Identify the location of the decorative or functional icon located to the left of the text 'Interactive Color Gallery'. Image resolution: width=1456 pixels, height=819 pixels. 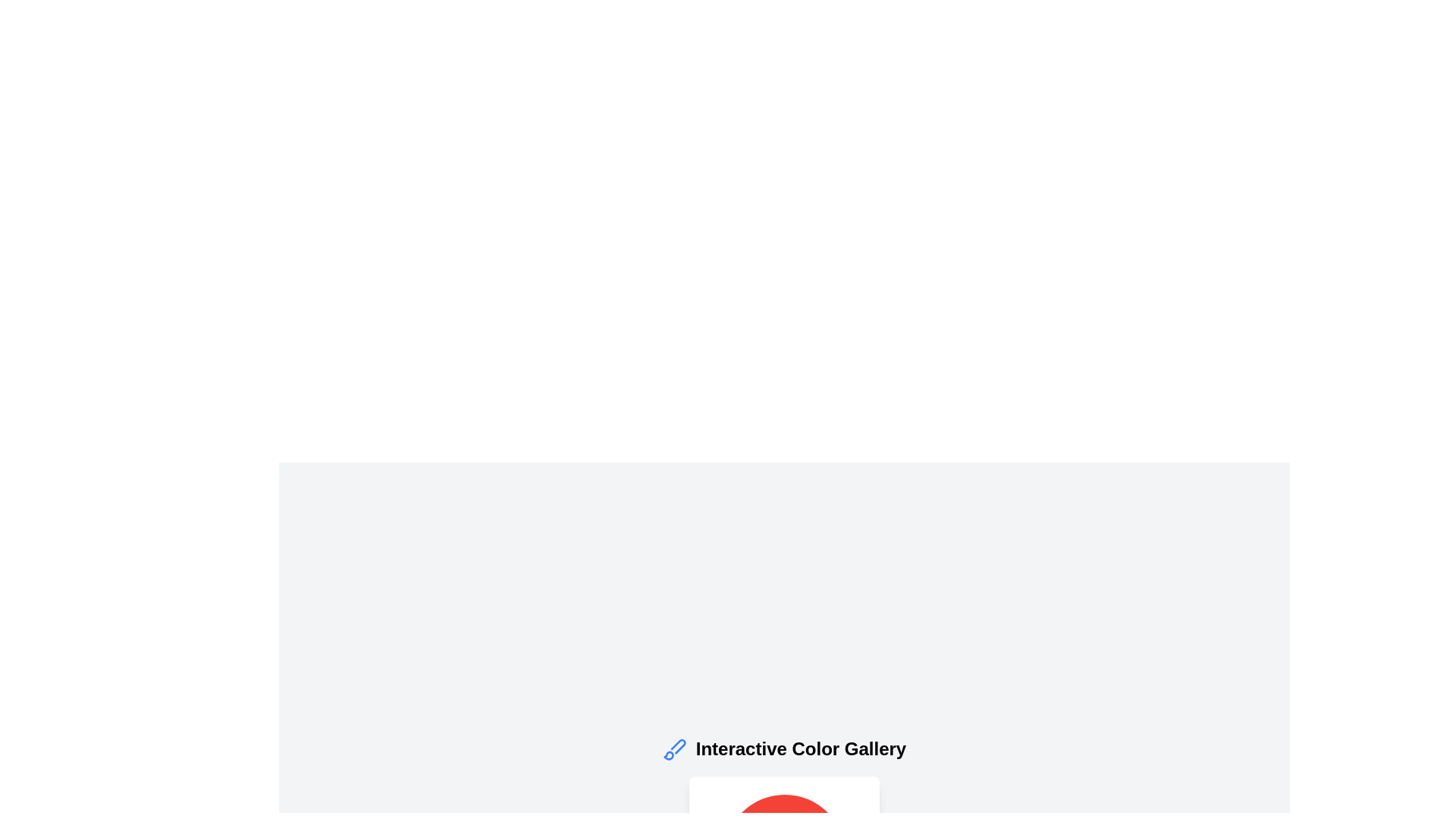
(673, 748).